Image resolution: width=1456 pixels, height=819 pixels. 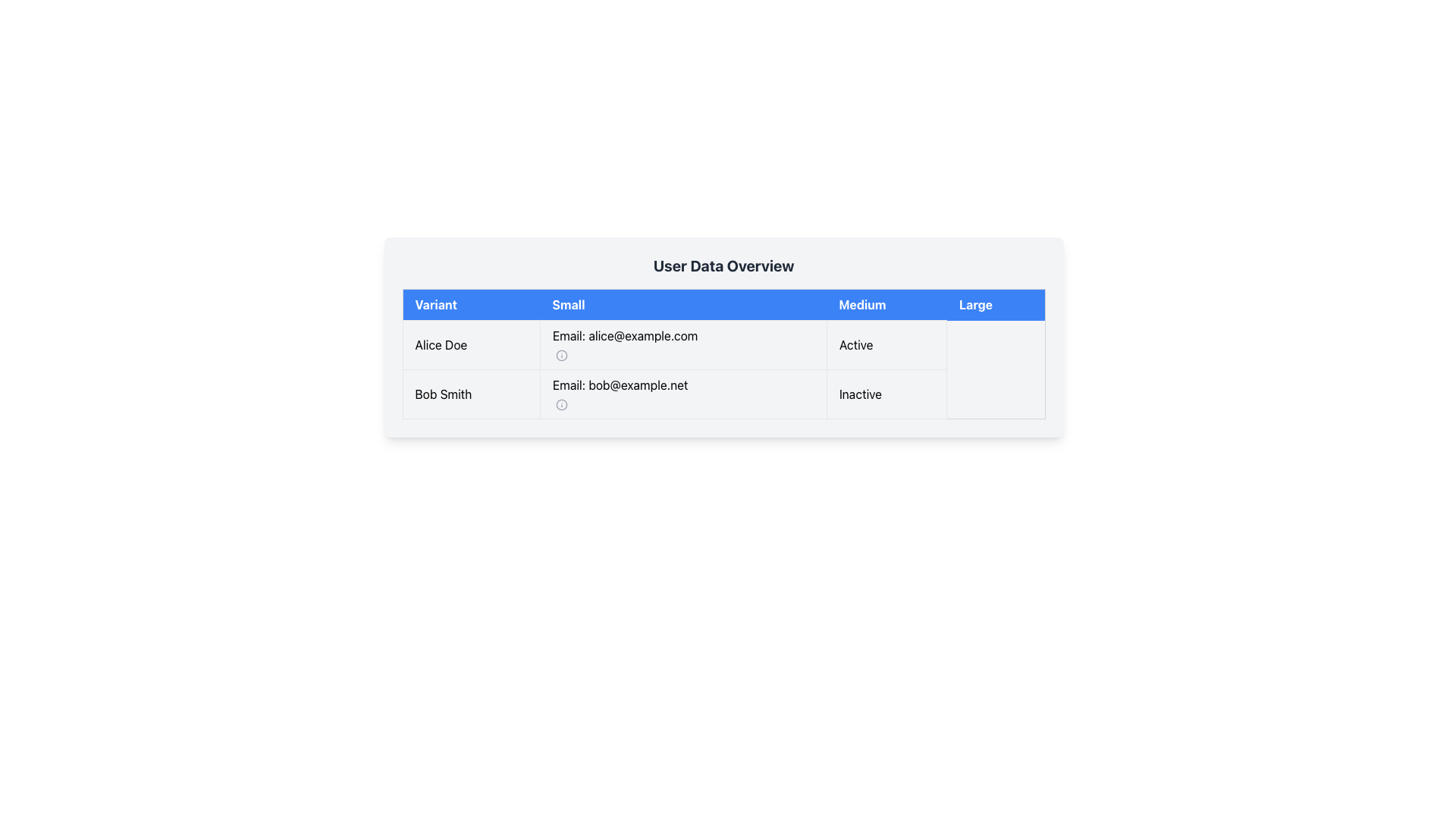 What do you see at coordinates (723, 353) in the screenshot?
I see `rows in the table component labeled 'Variant', 'Small', 'Medium', and 'Large' for actions like copying data` at bounding box center [723, 353].